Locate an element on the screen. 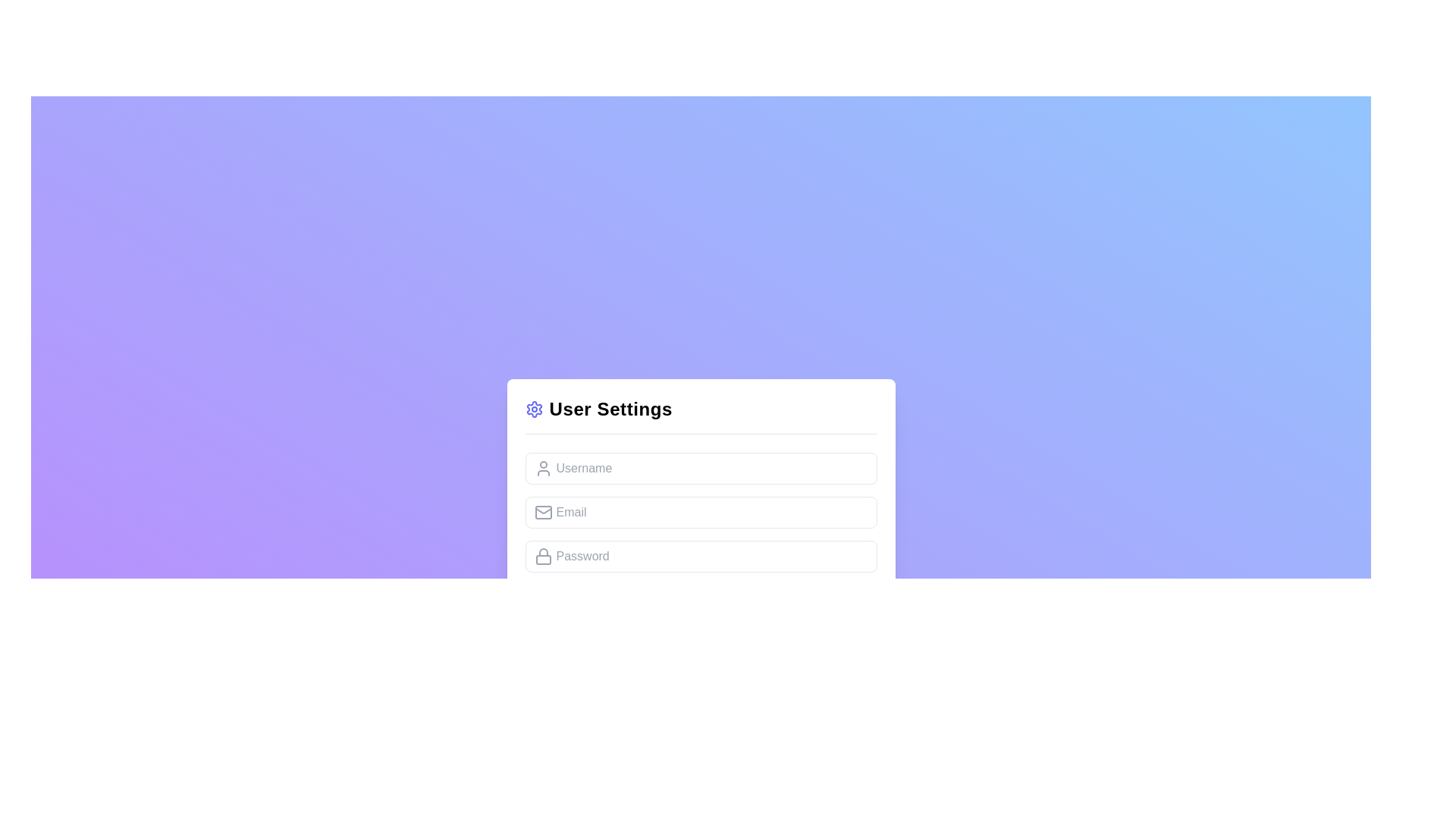 The width and height of the screenshot is (1456, 819). the email input icon, which is a visual indicator to the left of the 'Email' input field in the form is located at coordinates (543, 512).